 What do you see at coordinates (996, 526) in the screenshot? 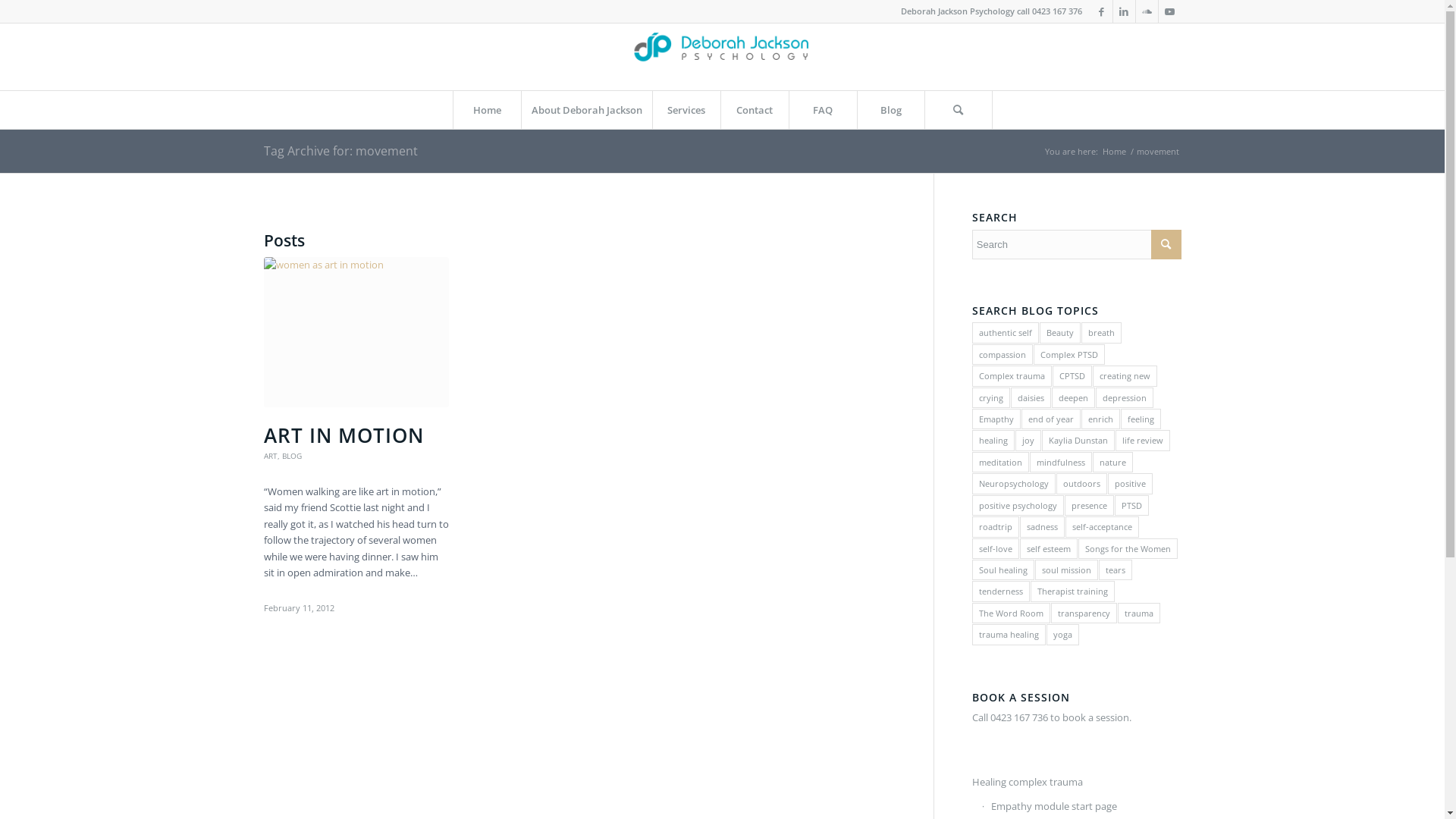
I see `'roadtrip'` at bounding box center [996, 526].